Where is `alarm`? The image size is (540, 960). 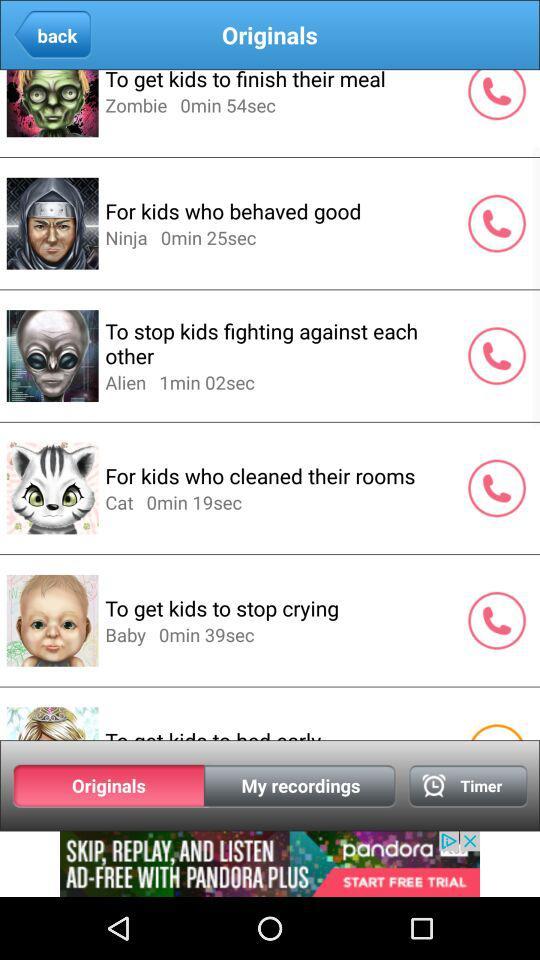 alarm is located at coordinates (468, 785).